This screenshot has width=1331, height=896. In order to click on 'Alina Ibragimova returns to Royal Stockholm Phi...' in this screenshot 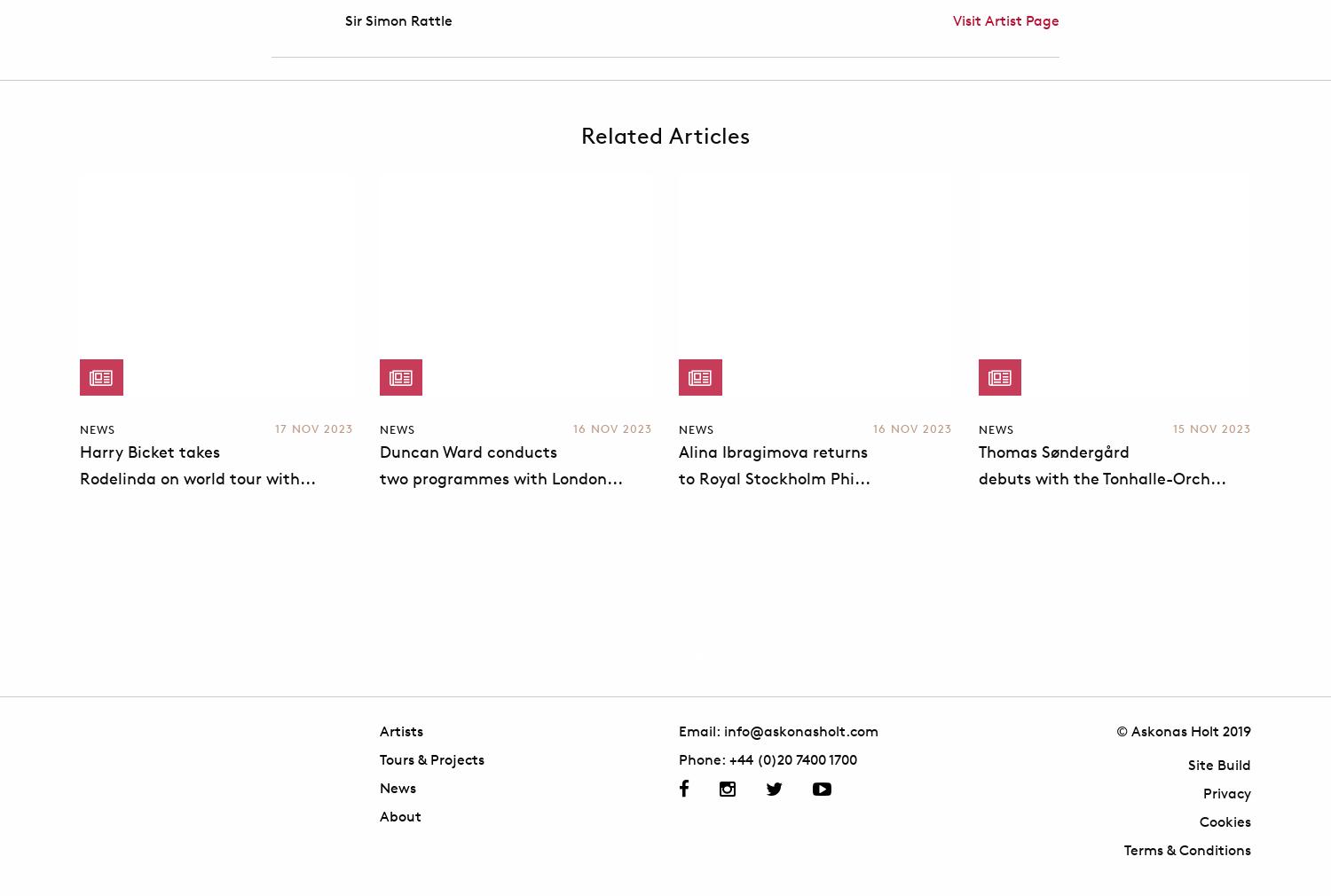, I will do `click(679, 464)`.